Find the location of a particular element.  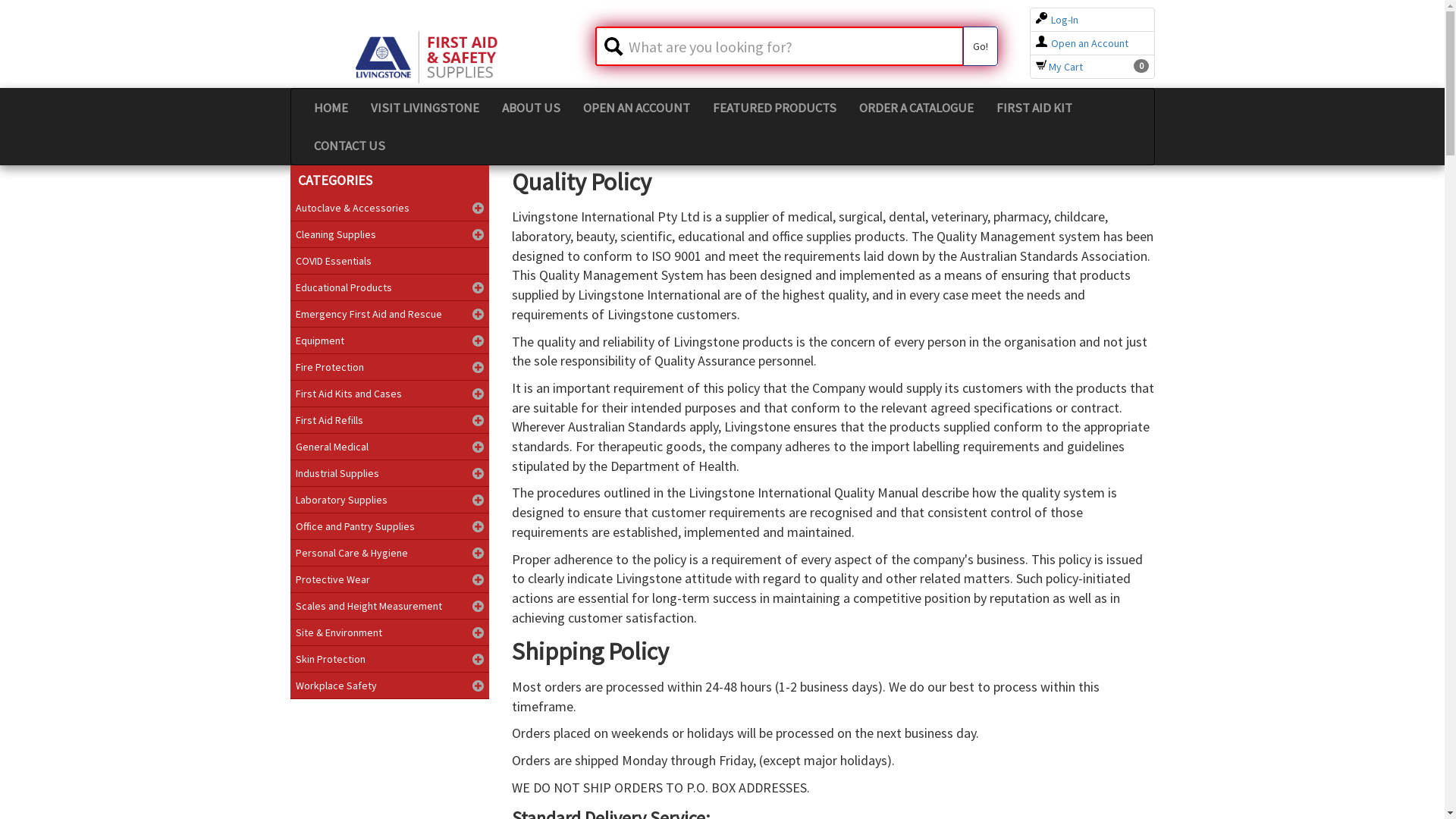

'OPEN AN ACCOUNT' is located at coordinates (636, 107).